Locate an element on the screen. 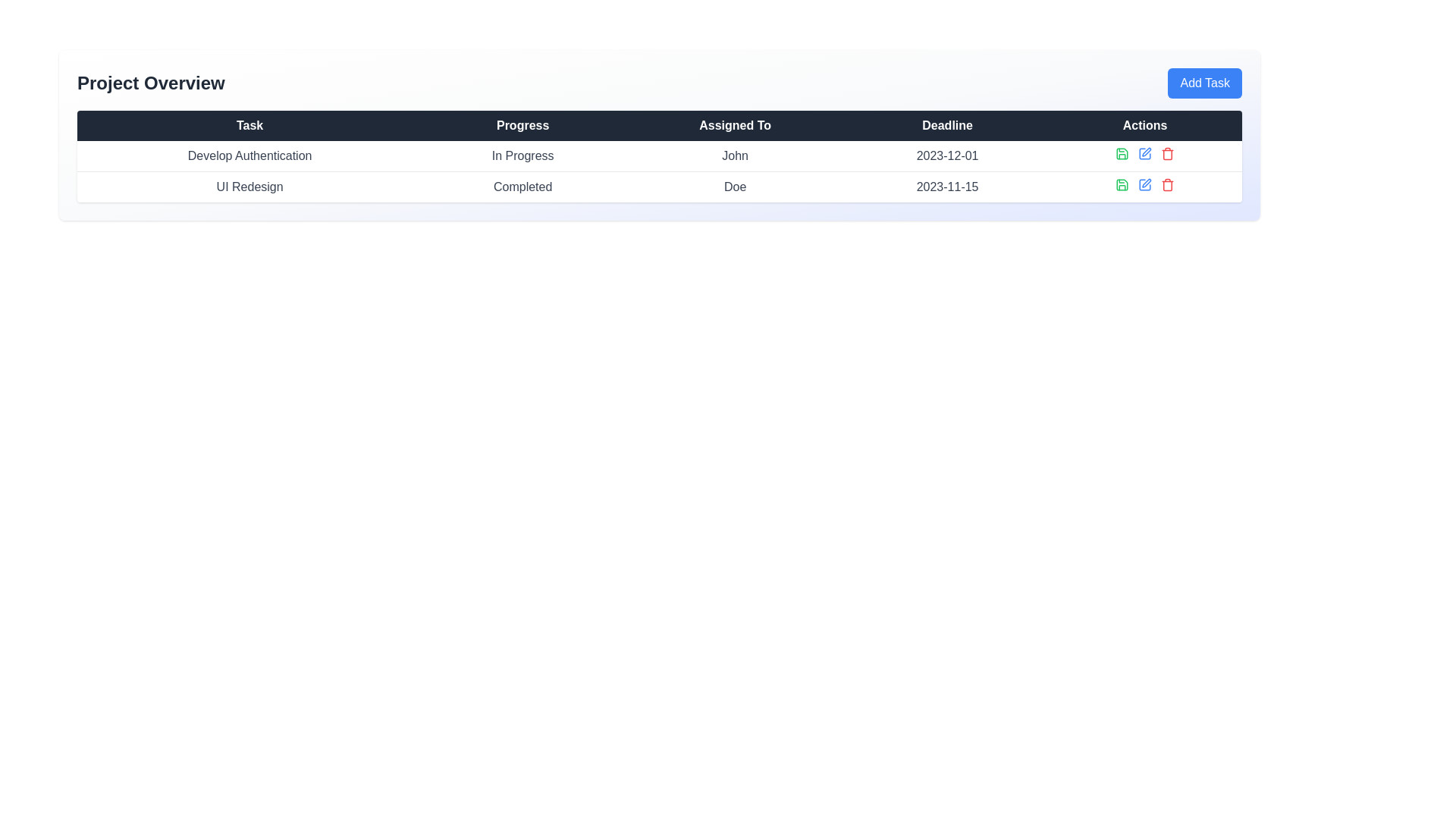 This screenshot has width=1456, height=819. the text label displaying 'John' in the 'Assigned To' column of the table is located at coordinates (735, 156).